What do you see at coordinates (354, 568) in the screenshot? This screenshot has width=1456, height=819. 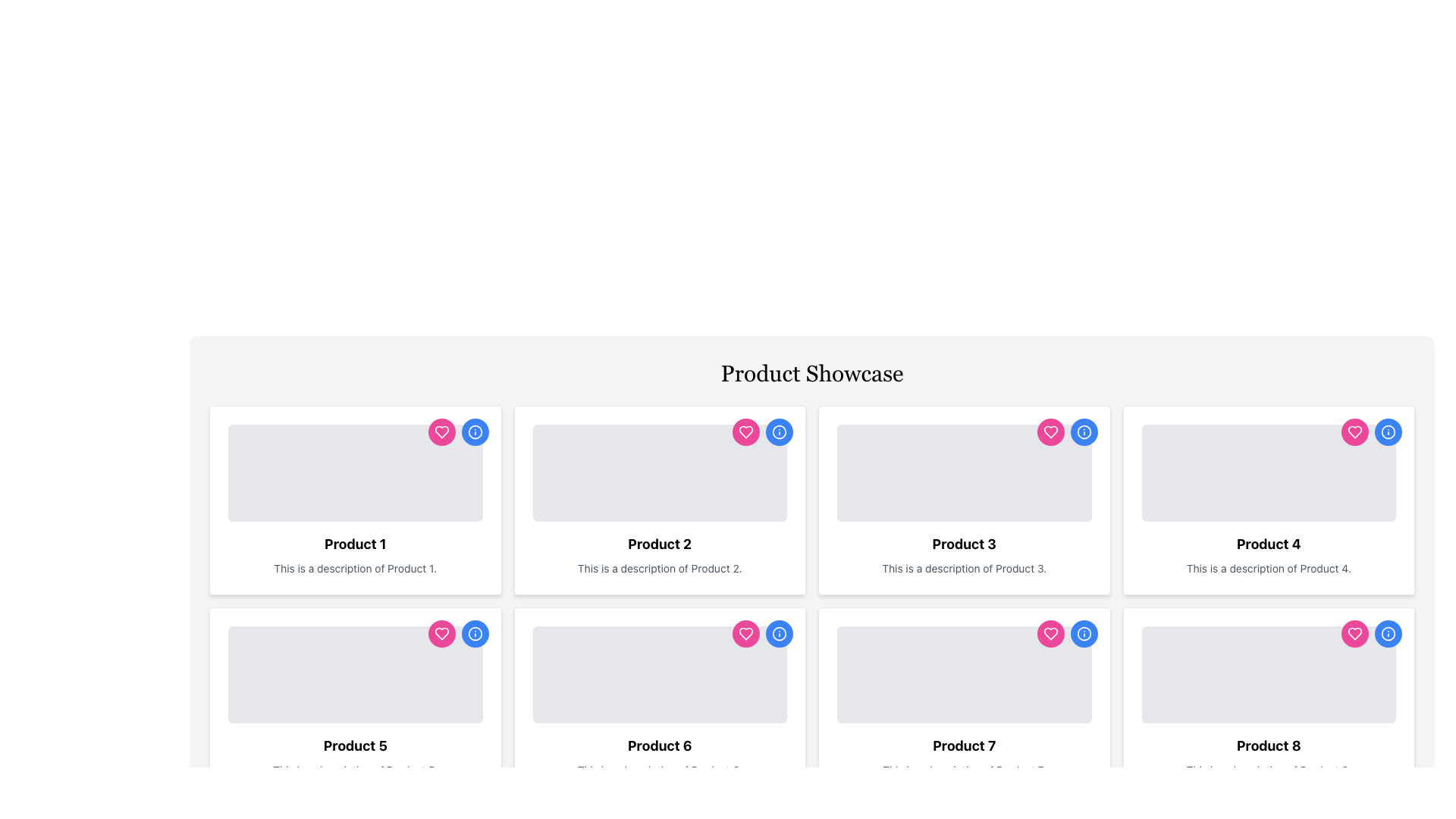 I see `the text display element that reads 'This is a description of Product 1.' positioned in the lower section of the product card` at bounding box center [354, 568].